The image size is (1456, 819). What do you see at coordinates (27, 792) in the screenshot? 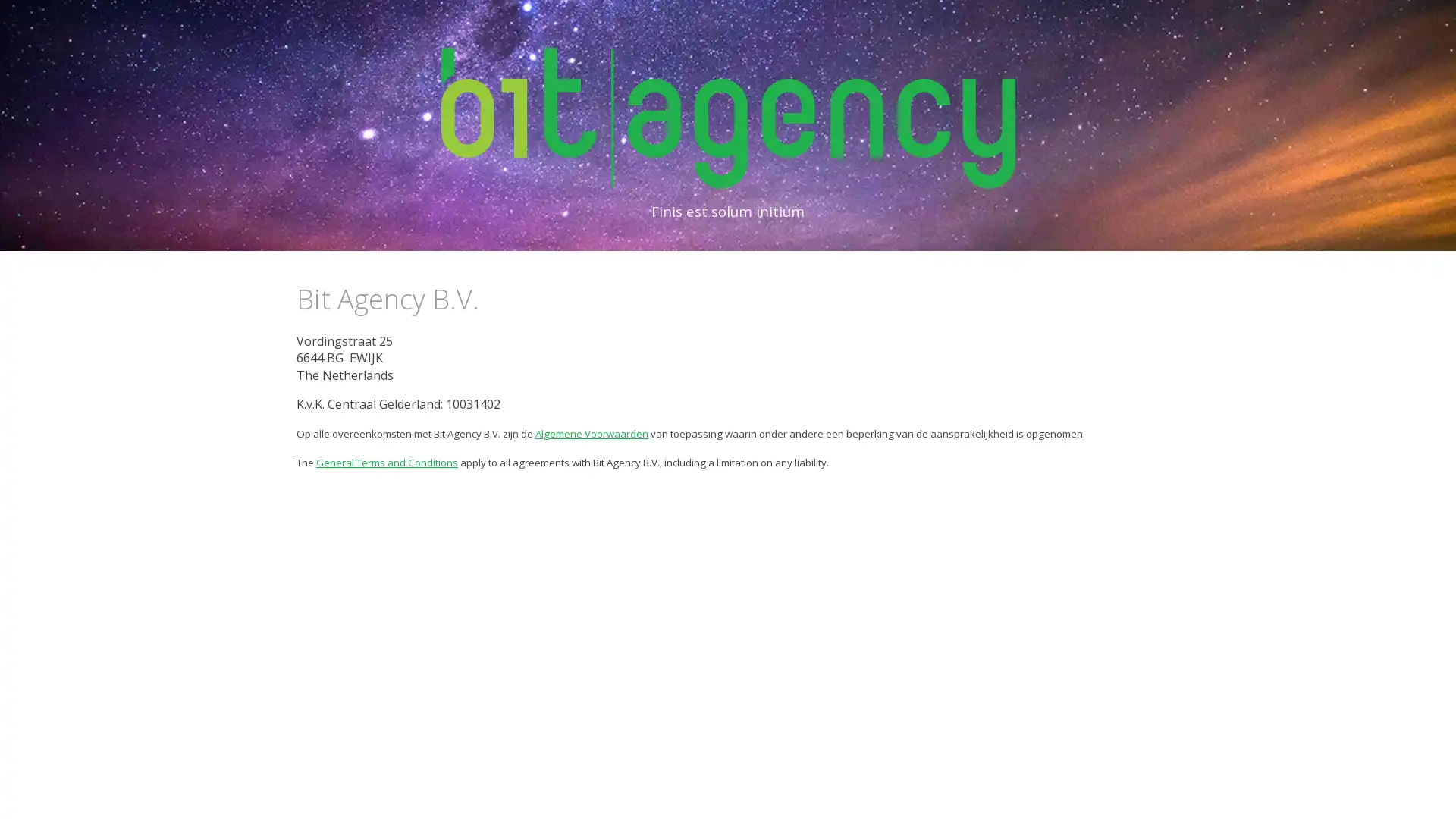
I see `Site actions` at bounding box center [27, 792].